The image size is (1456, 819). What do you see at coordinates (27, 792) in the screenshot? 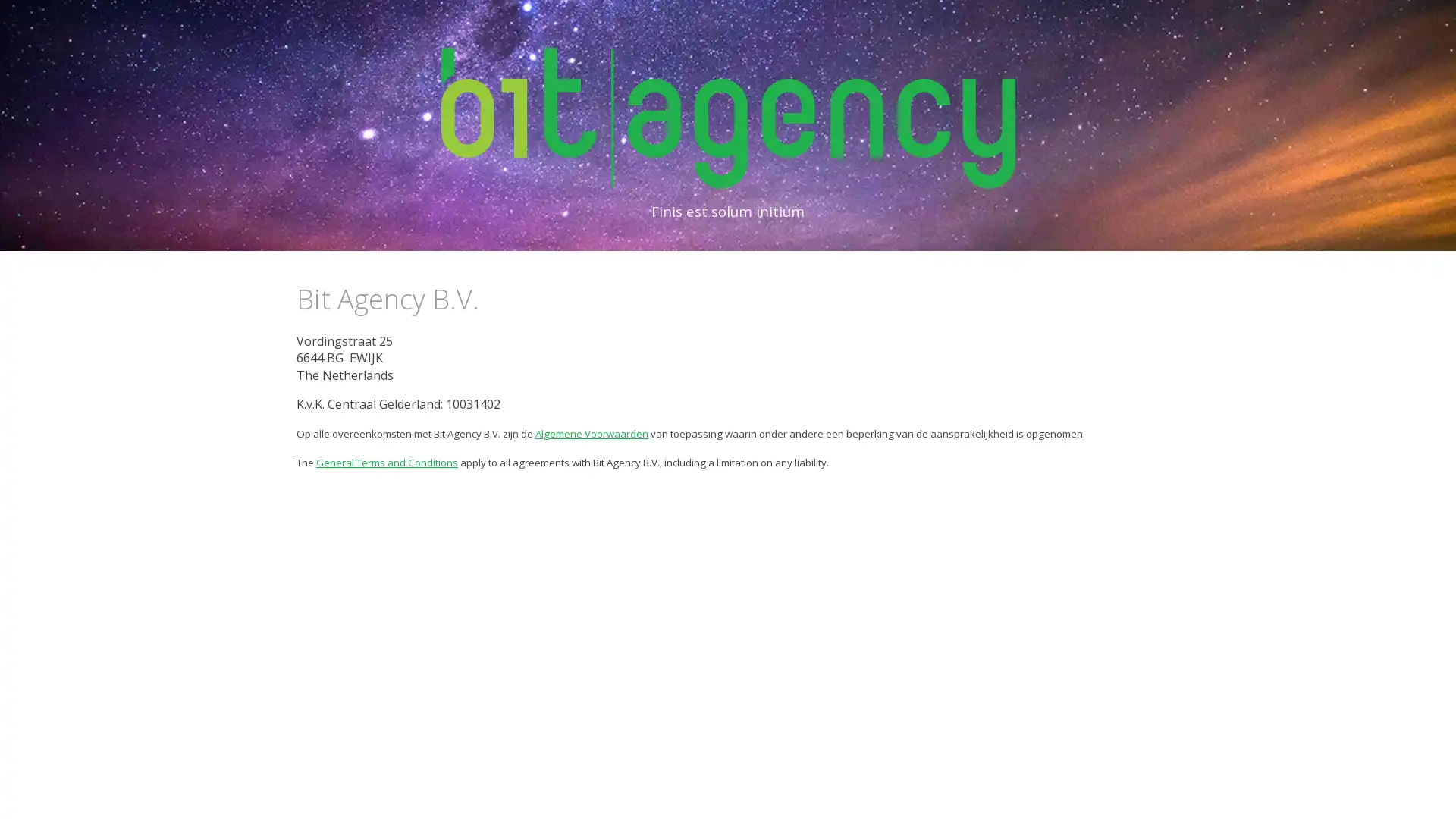
I see `Site actions` at bounding box center [27, 792].